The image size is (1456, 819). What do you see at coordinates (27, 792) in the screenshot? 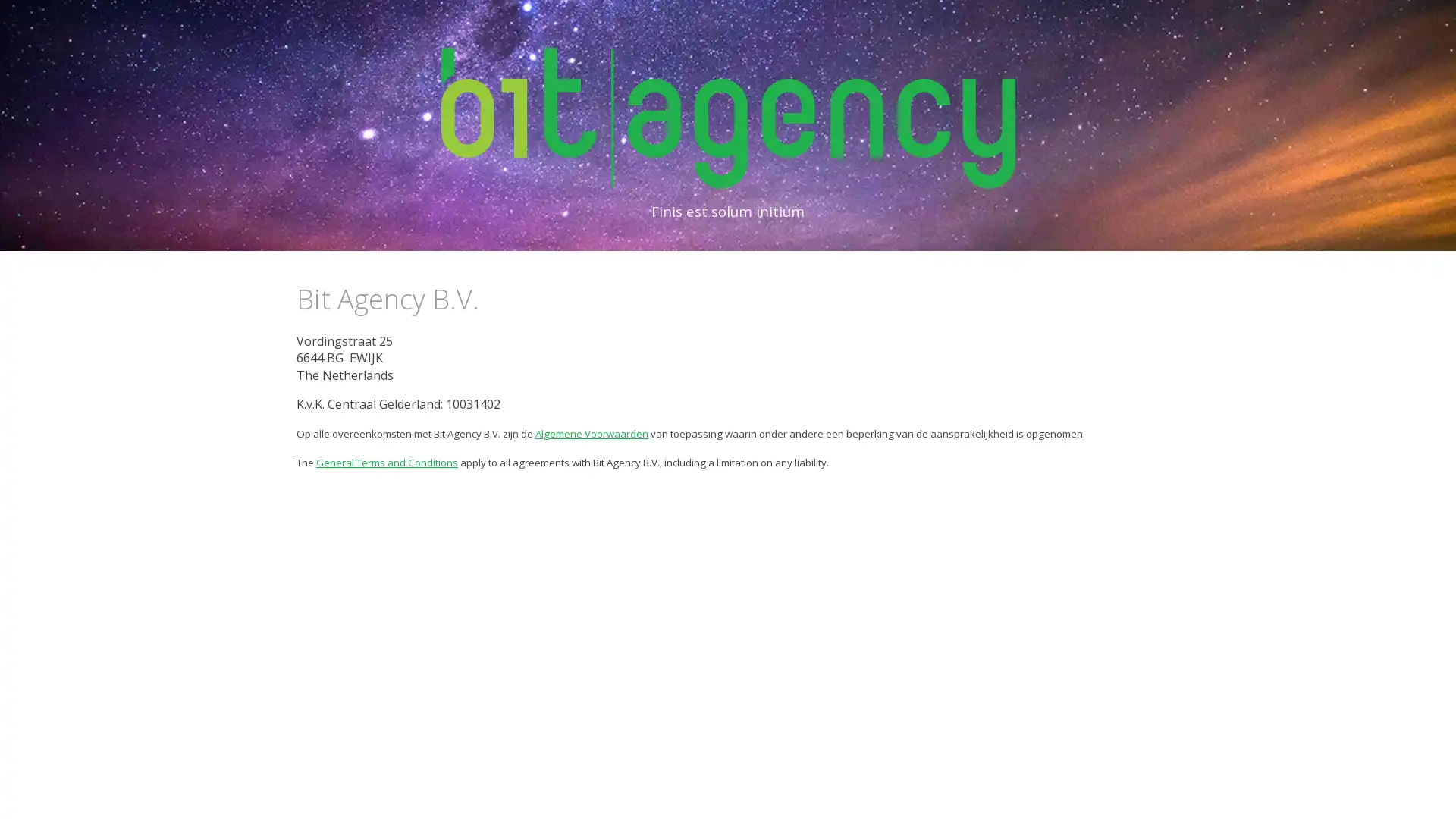
I see `Site actions` at bounding box center [27, 792].